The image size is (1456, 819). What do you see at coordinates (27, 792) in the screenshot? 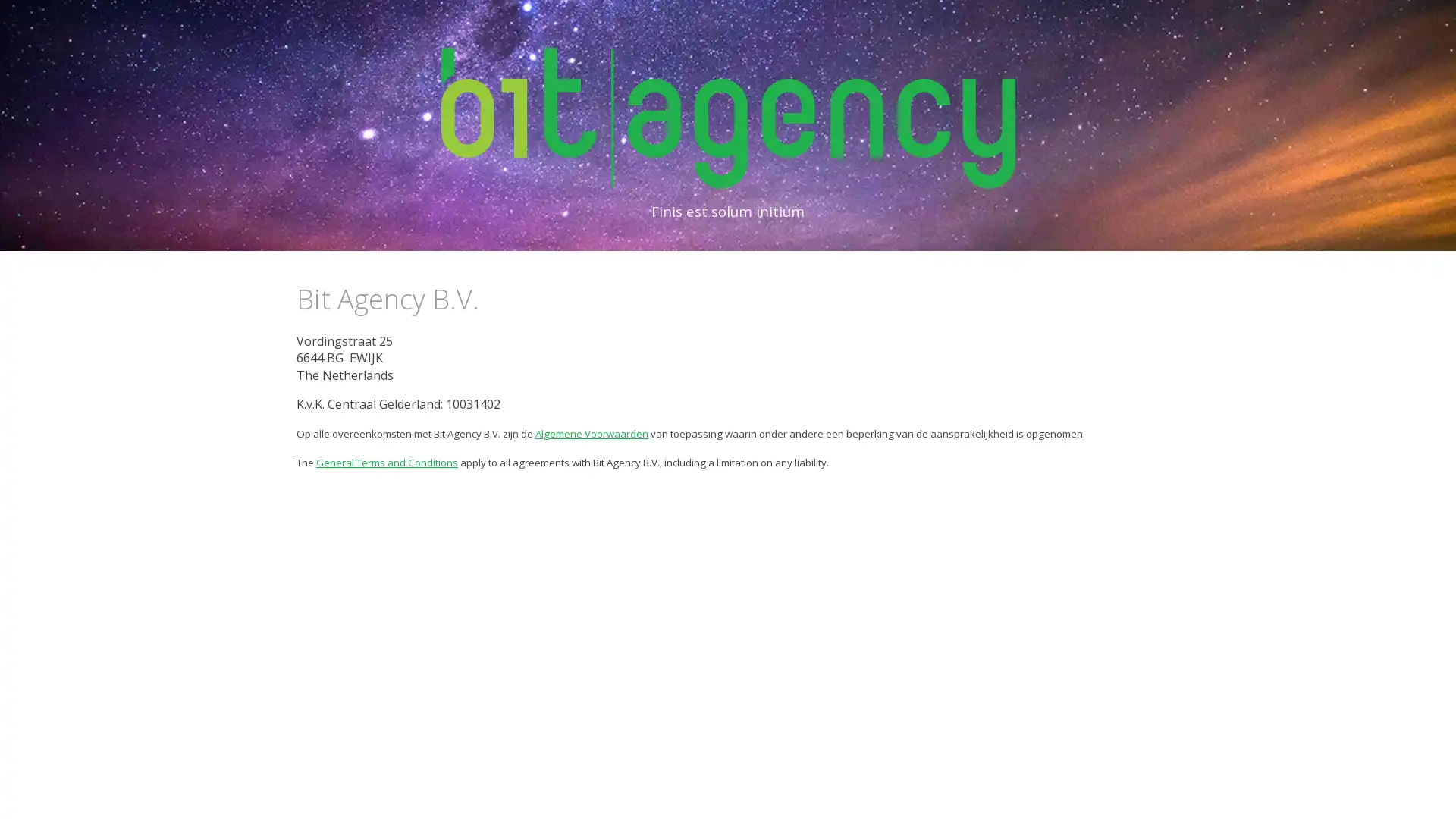
I see `Site actions` at bounding box center [27, 792].